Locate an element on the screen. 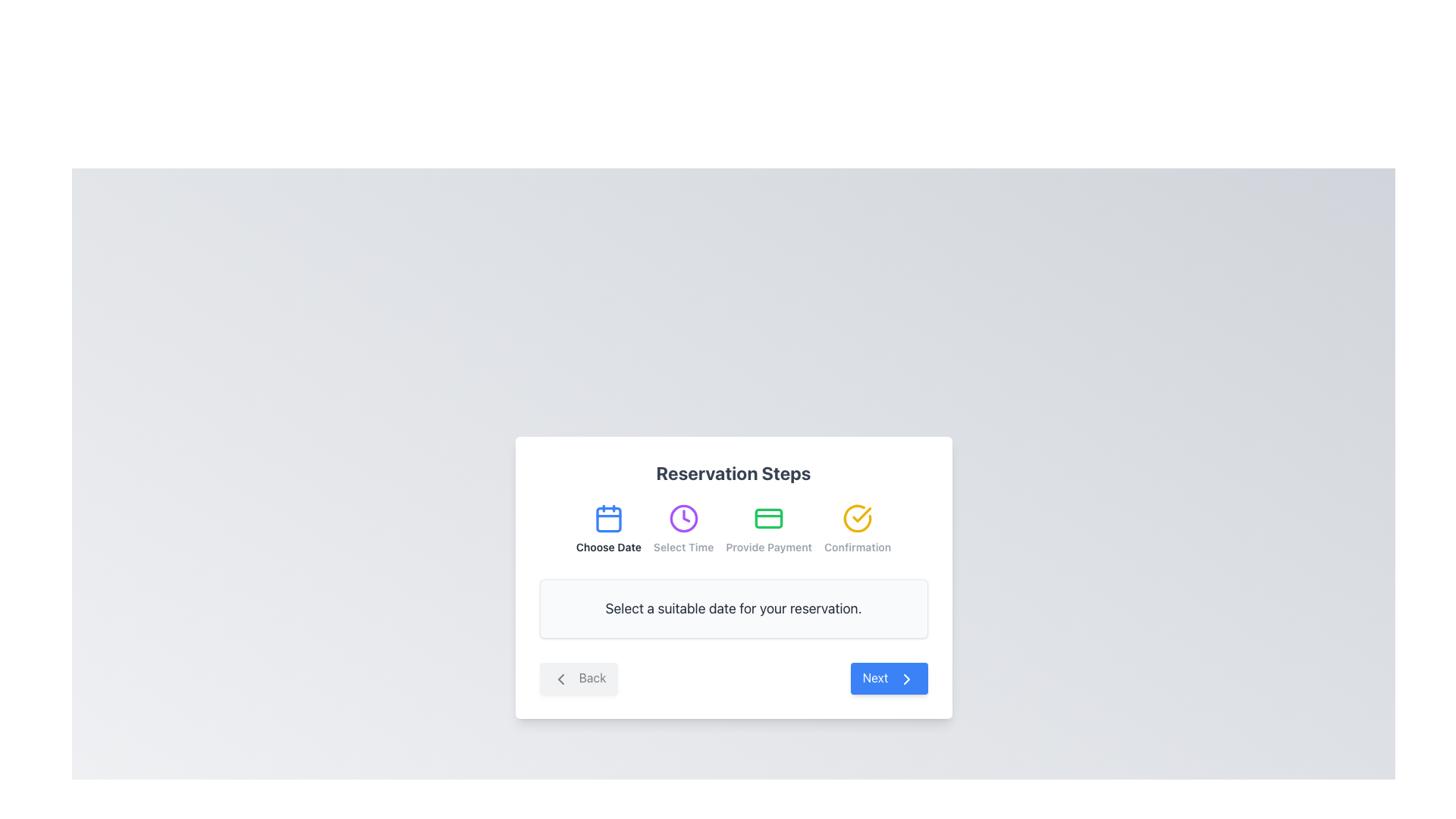 The width and height of the screenshot is (1456, 819). the chevron arrow icon located within the 'Next' button at the bottom-right corner of the 'Reservation Steps' modal is located at coordinates (906, 678).